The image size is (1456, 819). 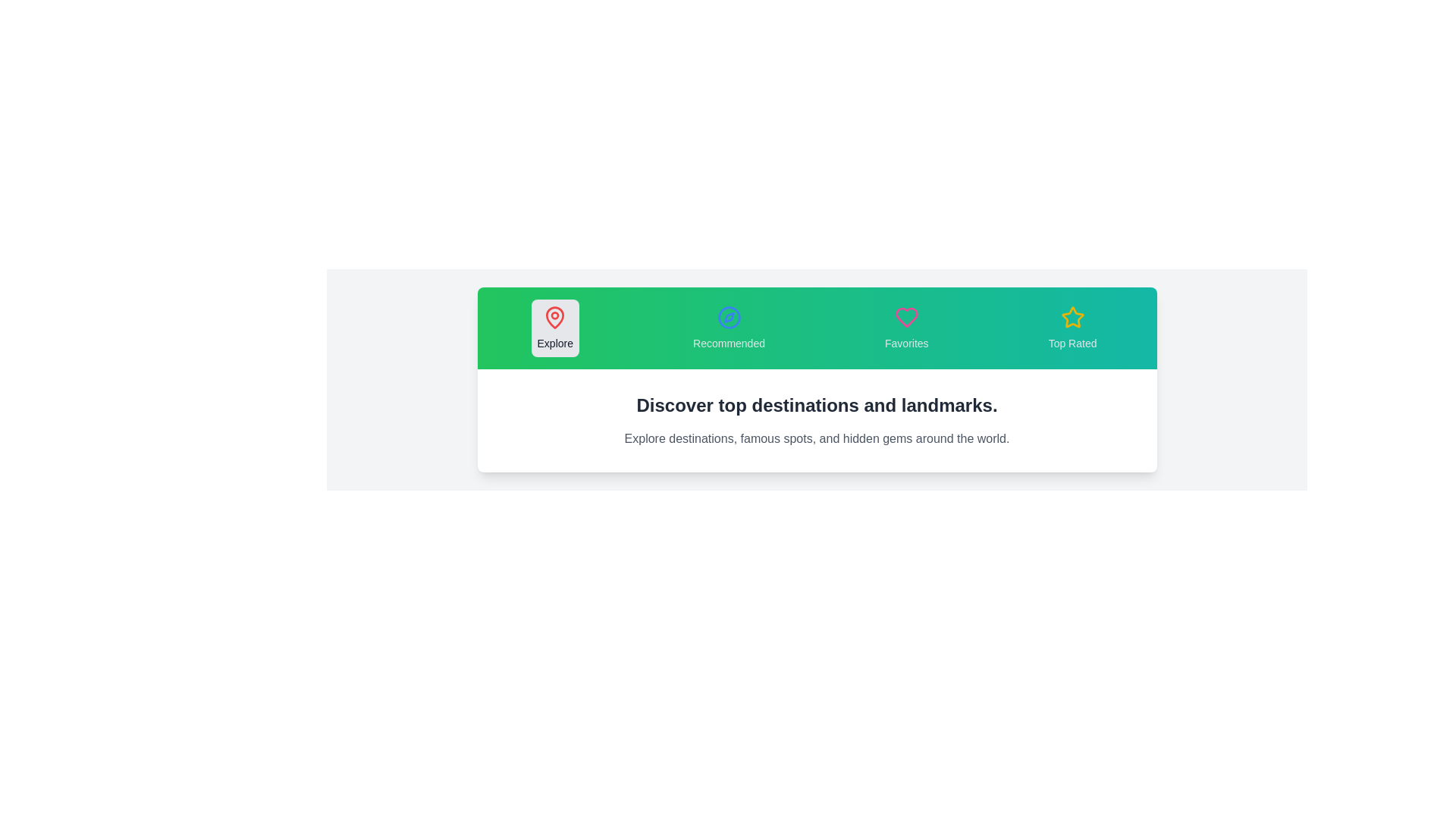 I want to click on the tab labeled Top Rated, so click(x=1072, y=327).